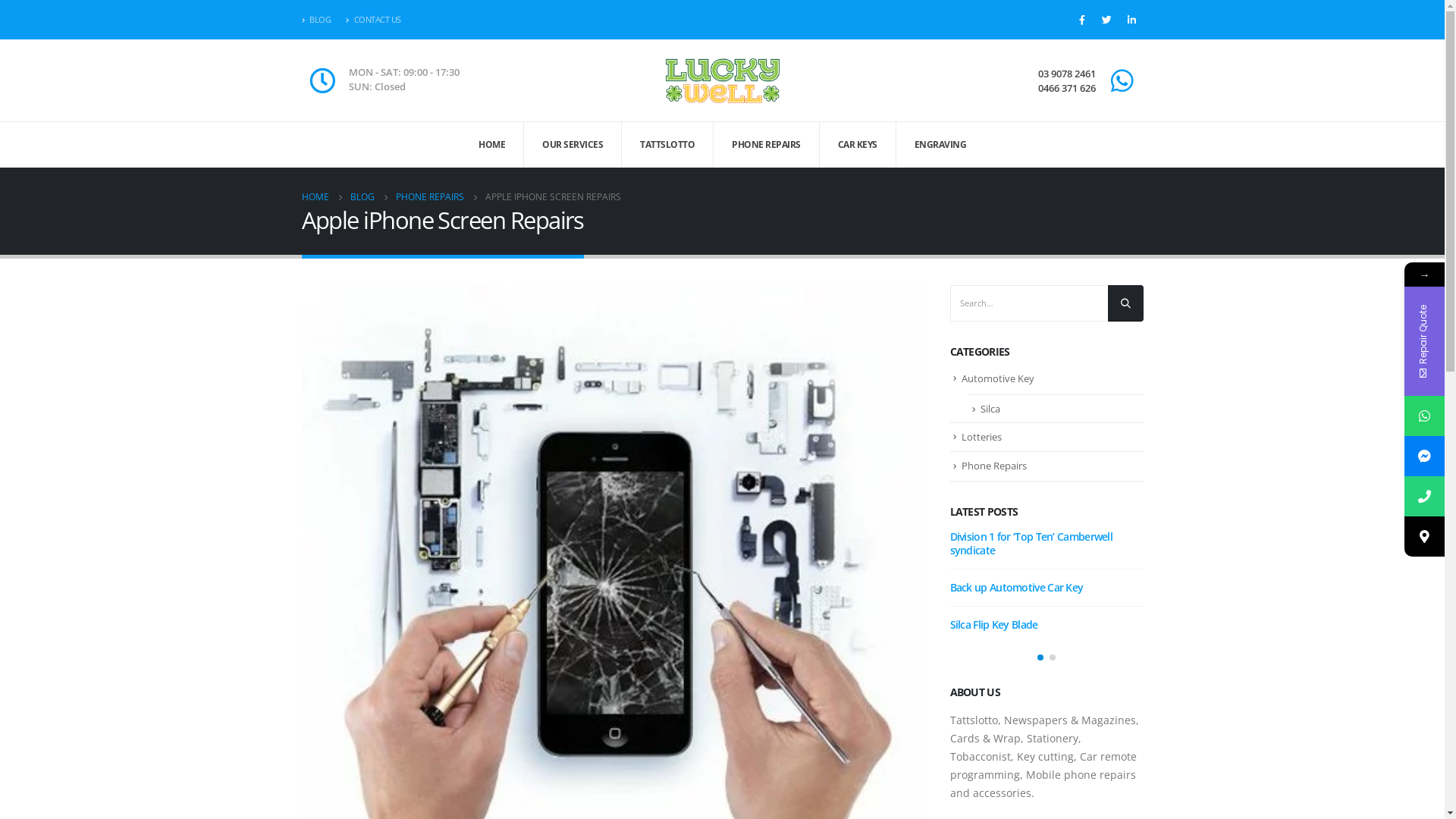 This screenshot has width=1456, height=819. What do you see at coordinates (1423, 496) in the screenshot?
I see `'+61466371626'` at bounding box center [1423, 496].